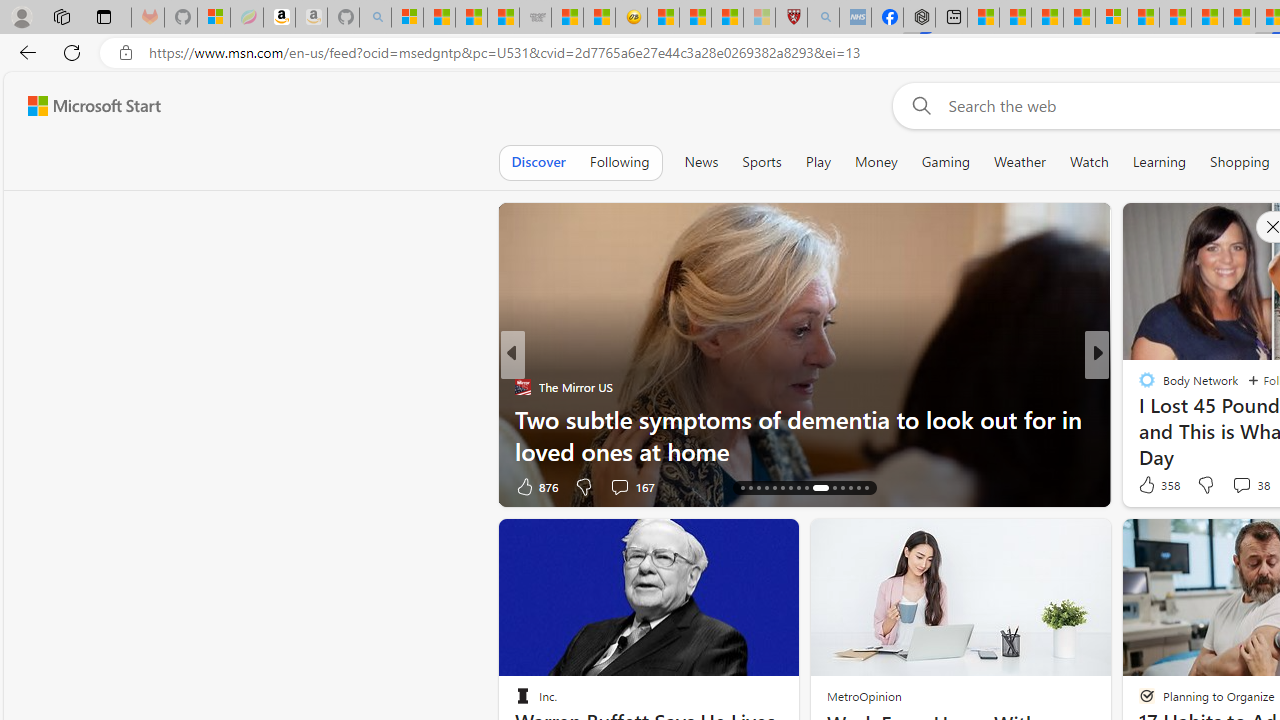 The width and height of the screenshot is (1280, 720). I want to click on 'Learning', so click(1159, 161).